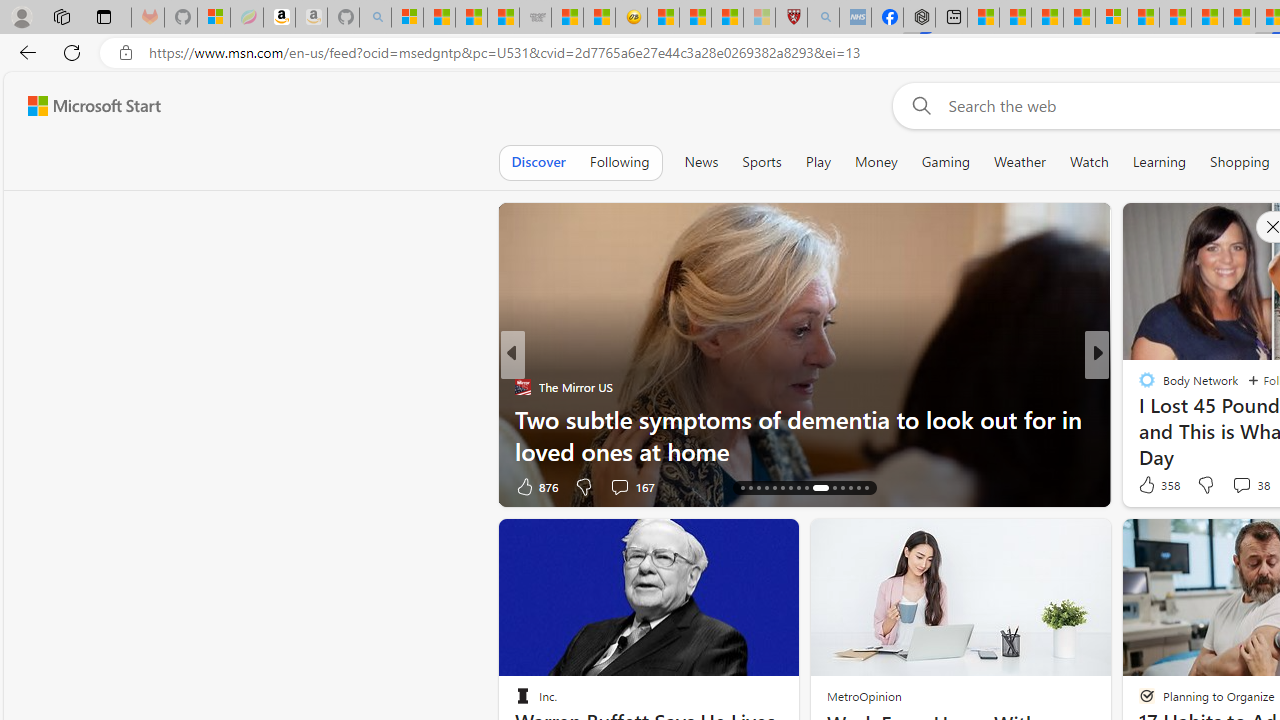 The width and height of the screenshot is (1280, 720). I want to click on 'Learning', so click(1159, 161).